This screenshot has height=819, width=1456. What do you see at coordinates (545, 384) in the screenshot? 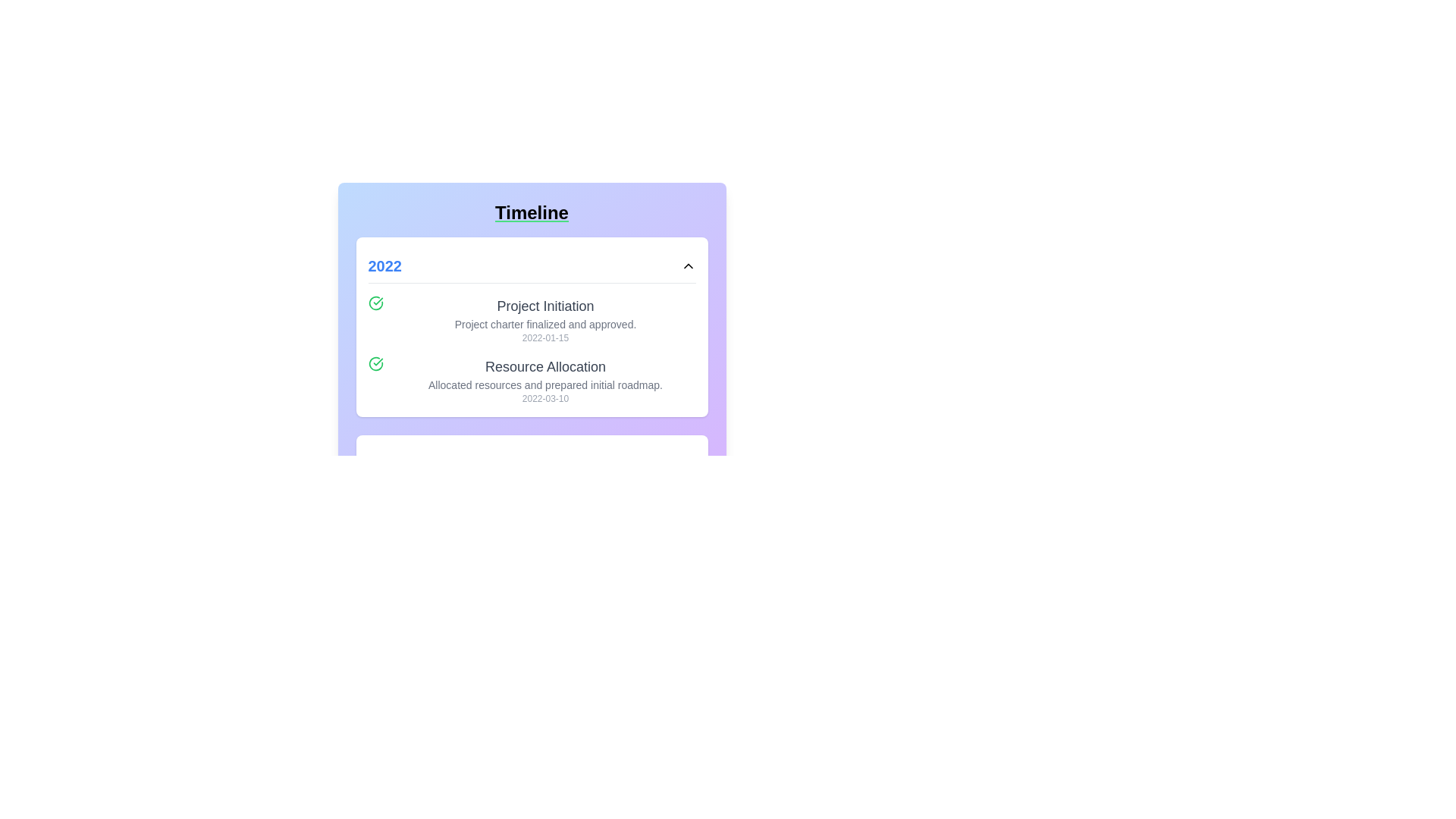
I see `descriptive text label that provides additional details about the 'Resource Allocation' phase, located below the 'Resource Allocation' title and above the '2022-03-10' date` at bounding box center [545, 384].